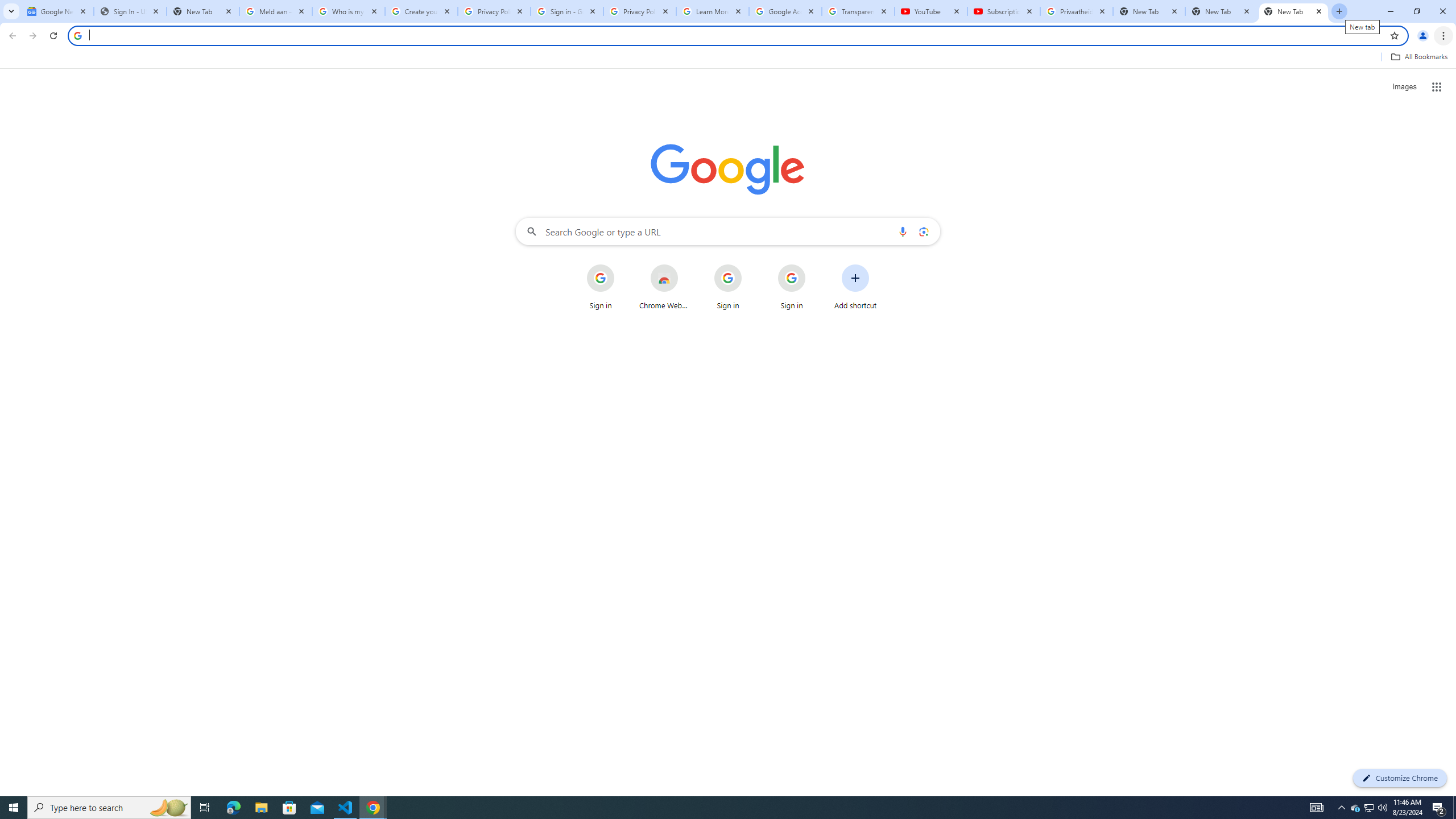 The height and width of the screenshot is (819, 1456). What do you see at coordinates (1404, 87) in the screenshot?
I see `'Search for Images '` at bounding box center [1404, 87].